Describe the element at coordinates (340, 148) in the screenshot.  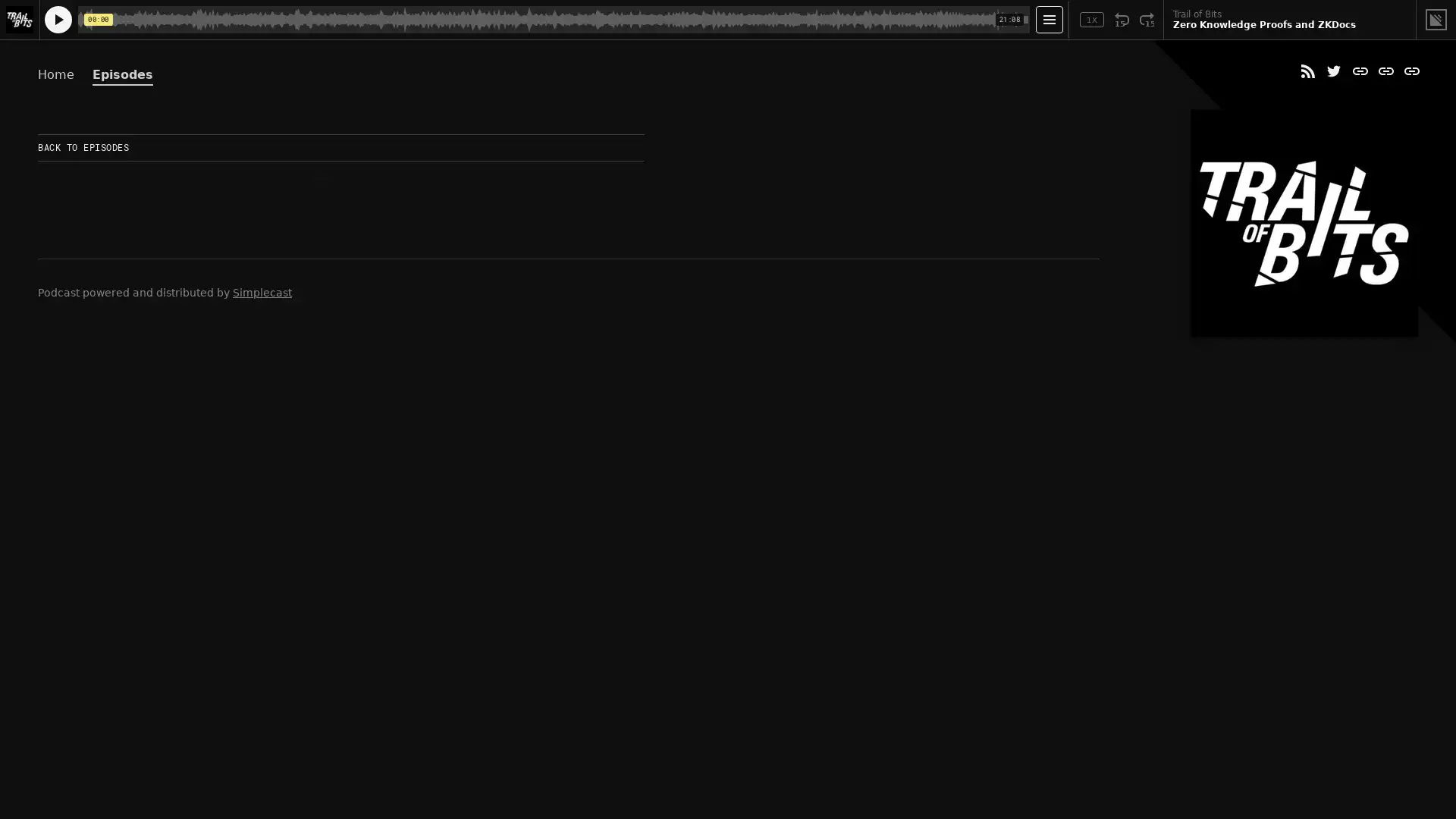
I see `BACK TO EPISODES` at that location.